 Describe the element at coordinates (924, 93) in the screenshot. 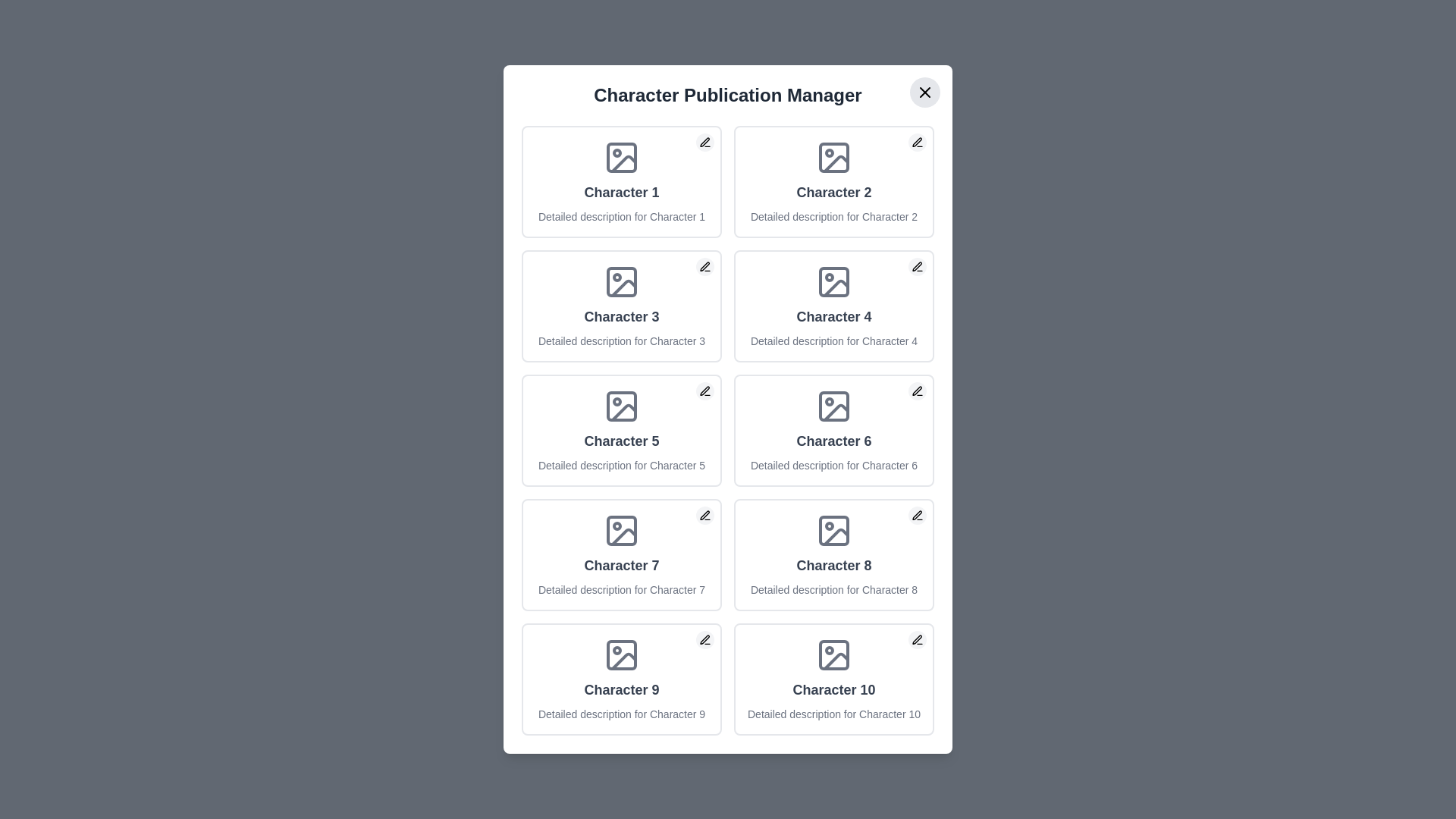

I see `the close button in the top-right corner of the dialog` at that location.